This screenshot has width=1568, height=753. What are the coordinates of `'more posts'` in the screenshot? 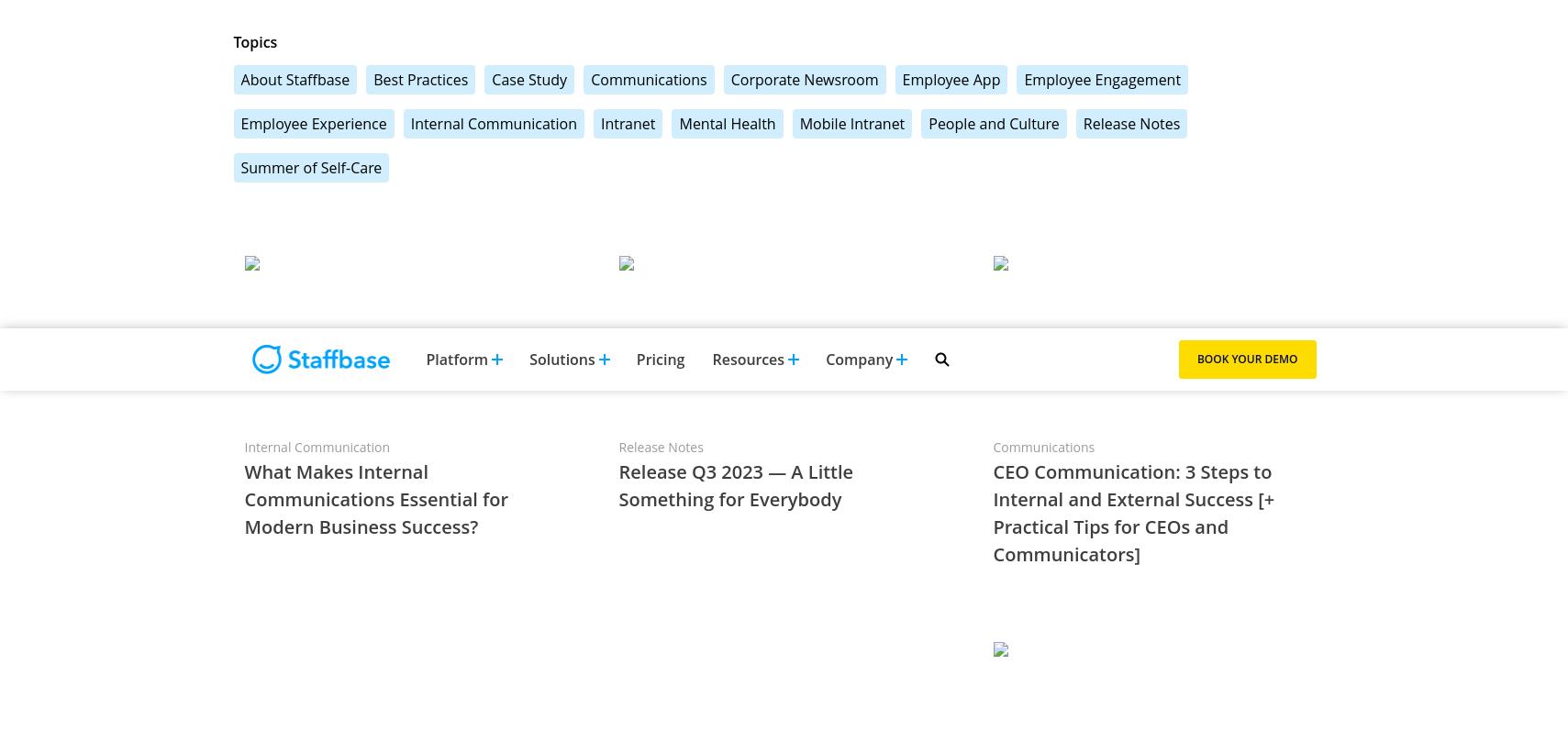 It's located at (1249, 637).